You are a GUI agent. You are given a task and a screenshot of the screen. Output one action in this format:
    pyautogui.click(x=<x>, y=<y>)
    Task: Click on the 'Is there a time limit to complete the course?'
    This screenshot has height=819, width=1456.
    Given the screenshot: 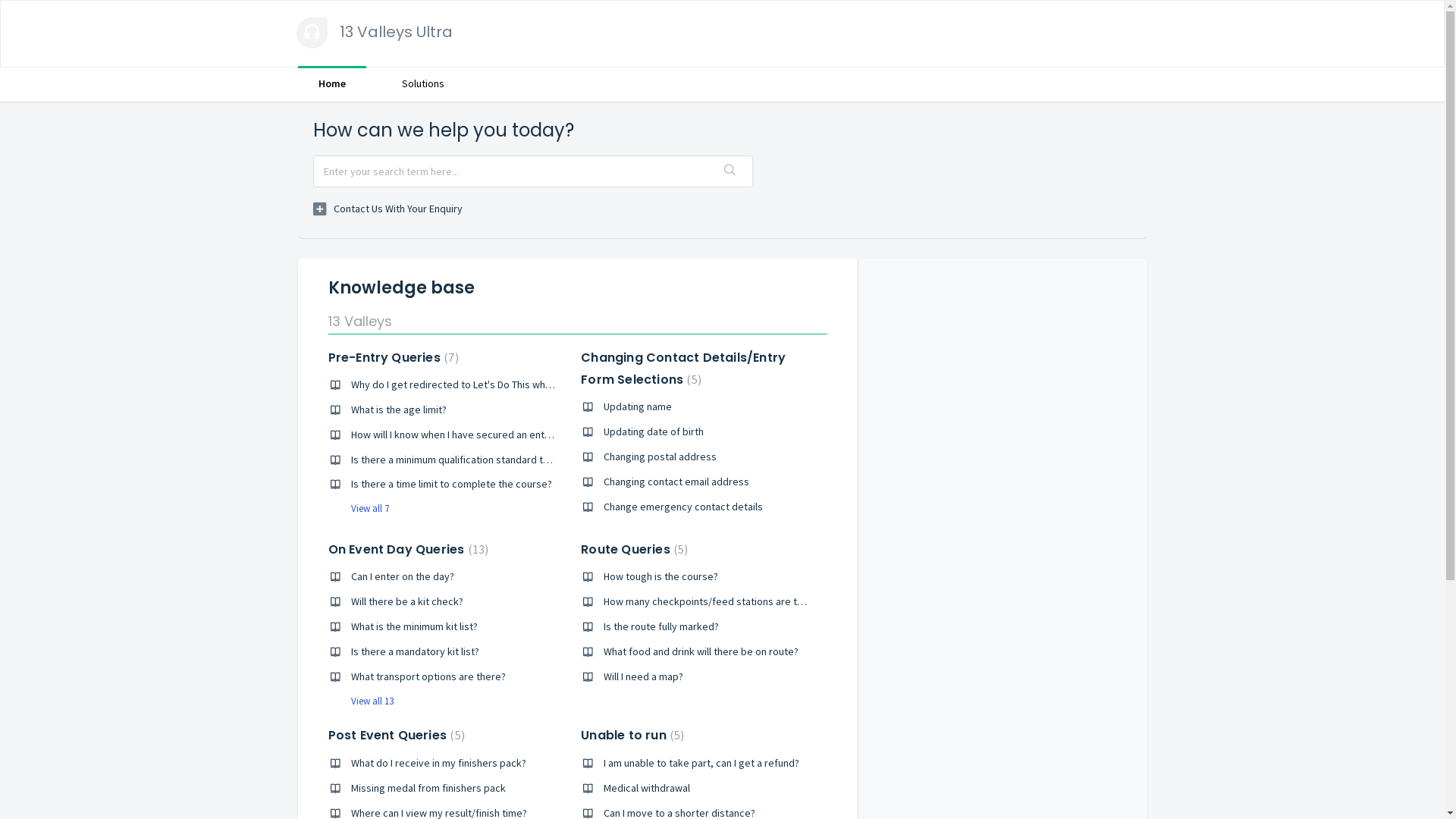 What is the action you would take?
    pyautogui.click(x=450, y=483)
    